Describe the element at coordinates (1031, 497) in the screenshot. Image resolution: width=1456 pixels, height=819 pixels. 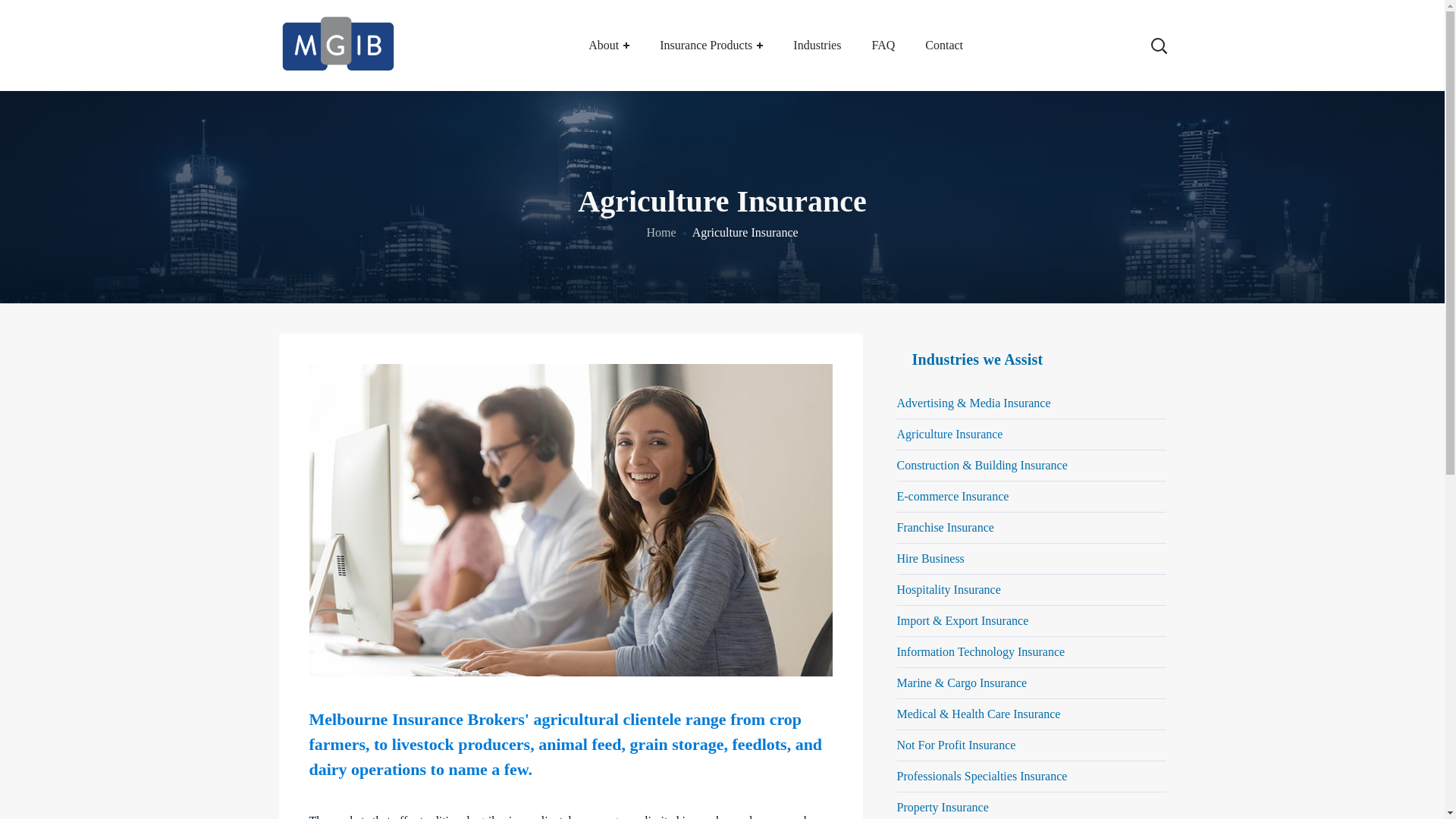
I see `'E-commerce Insurance'` at that location.